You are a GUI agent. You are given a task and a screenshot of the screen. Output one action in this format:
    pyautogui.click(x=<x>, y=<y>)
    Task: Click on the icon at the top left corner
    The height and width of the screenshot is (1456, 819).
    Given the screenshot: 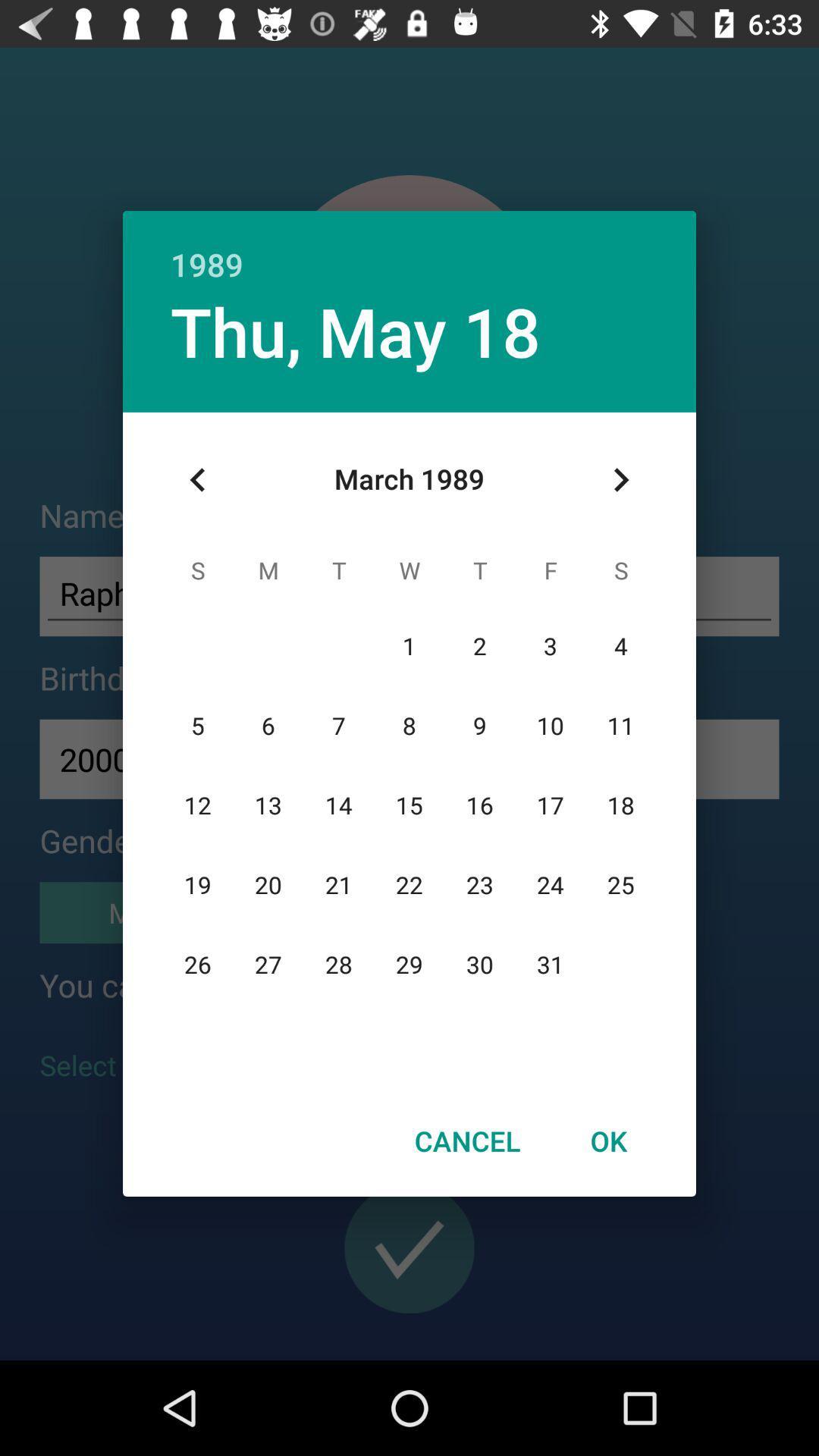 What is the action you would take?
    pyautogui.click(x=197, y=479)
    